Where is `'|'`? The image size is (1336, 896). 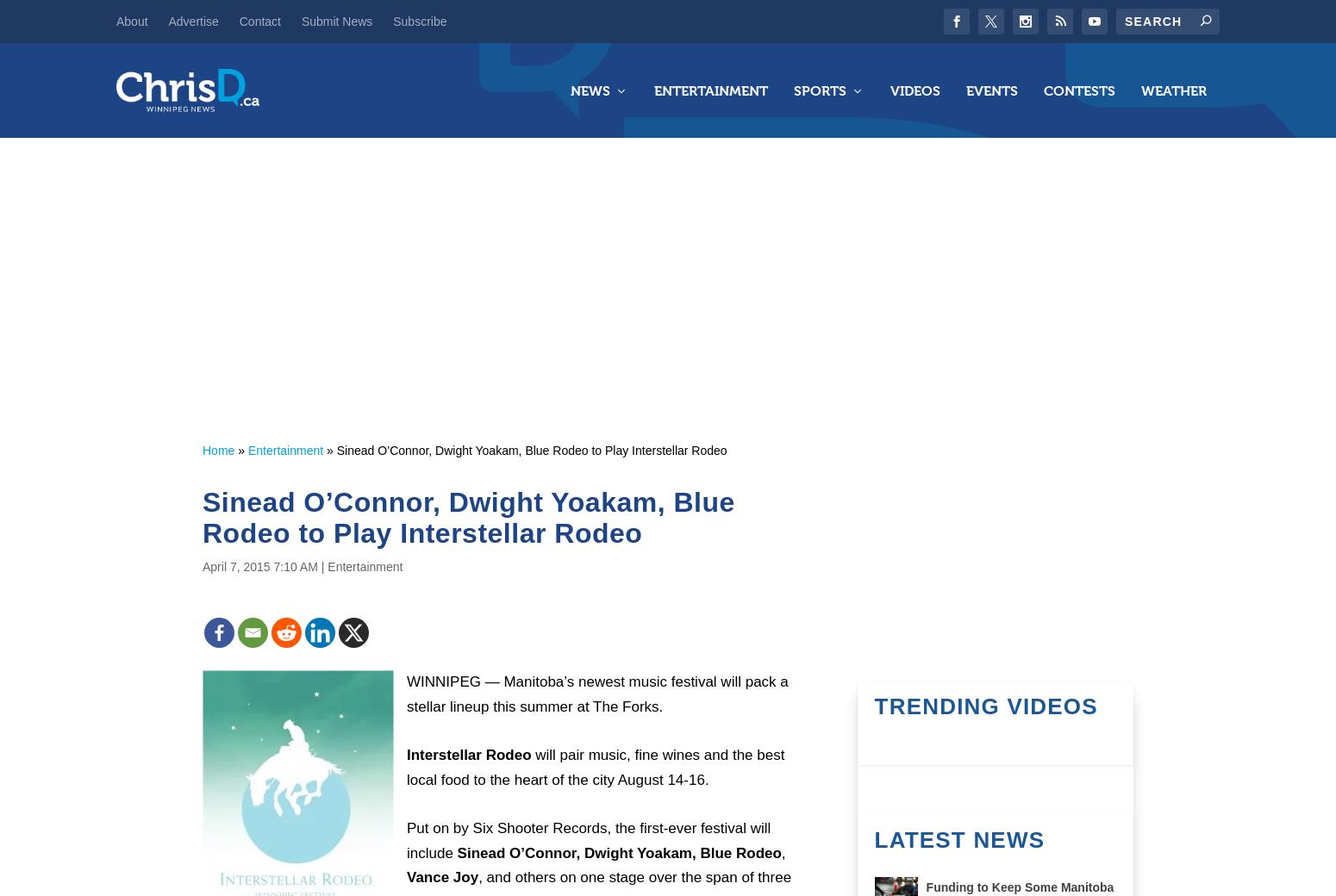 '|' is located at coordinates (322, 565).